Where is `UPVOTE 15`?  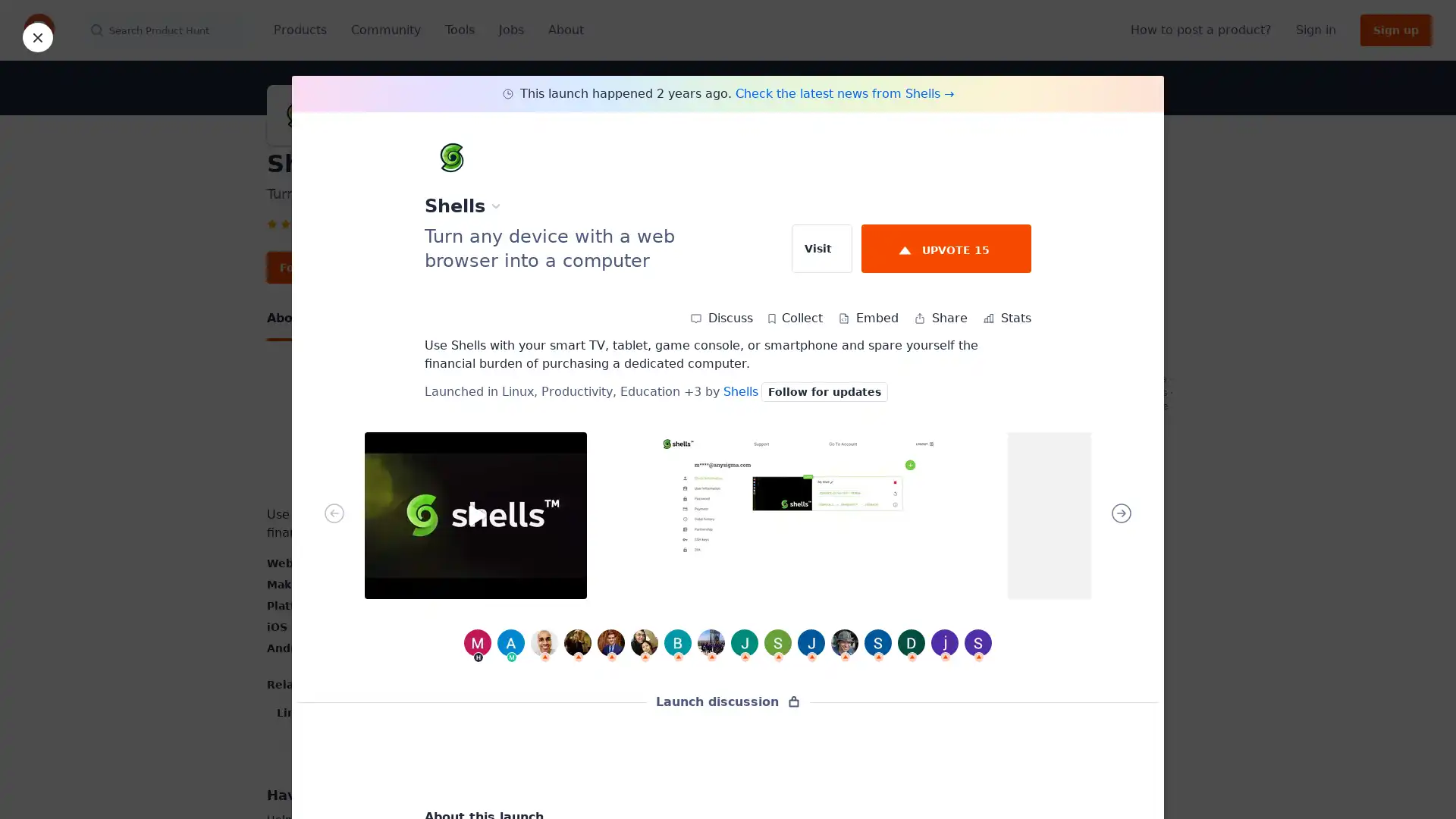
UPVOTE 15 is located at coordinates (946, 247).